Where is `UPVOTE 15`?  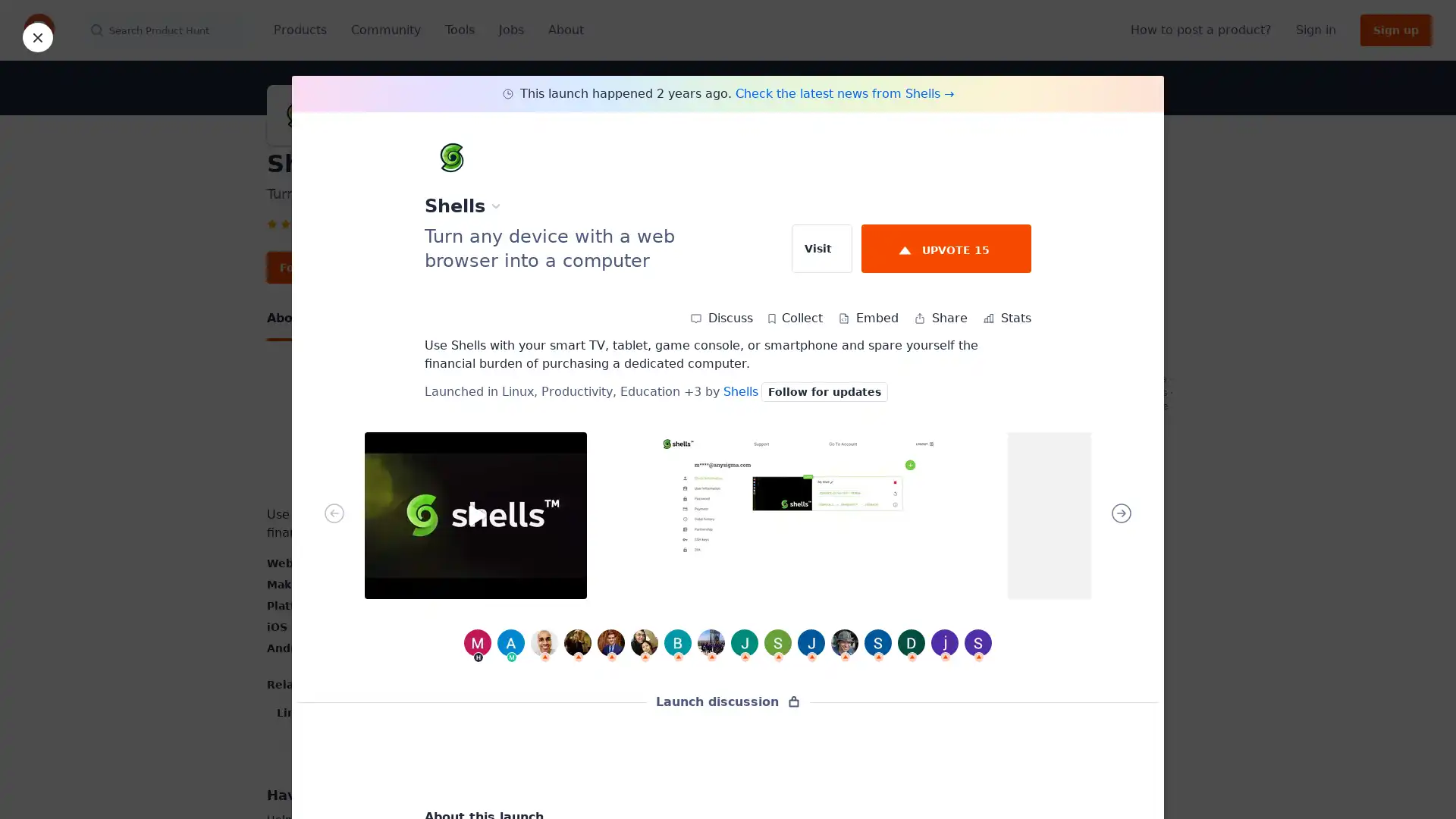
UPVOTE 15 is located at coordinates (946, 247).